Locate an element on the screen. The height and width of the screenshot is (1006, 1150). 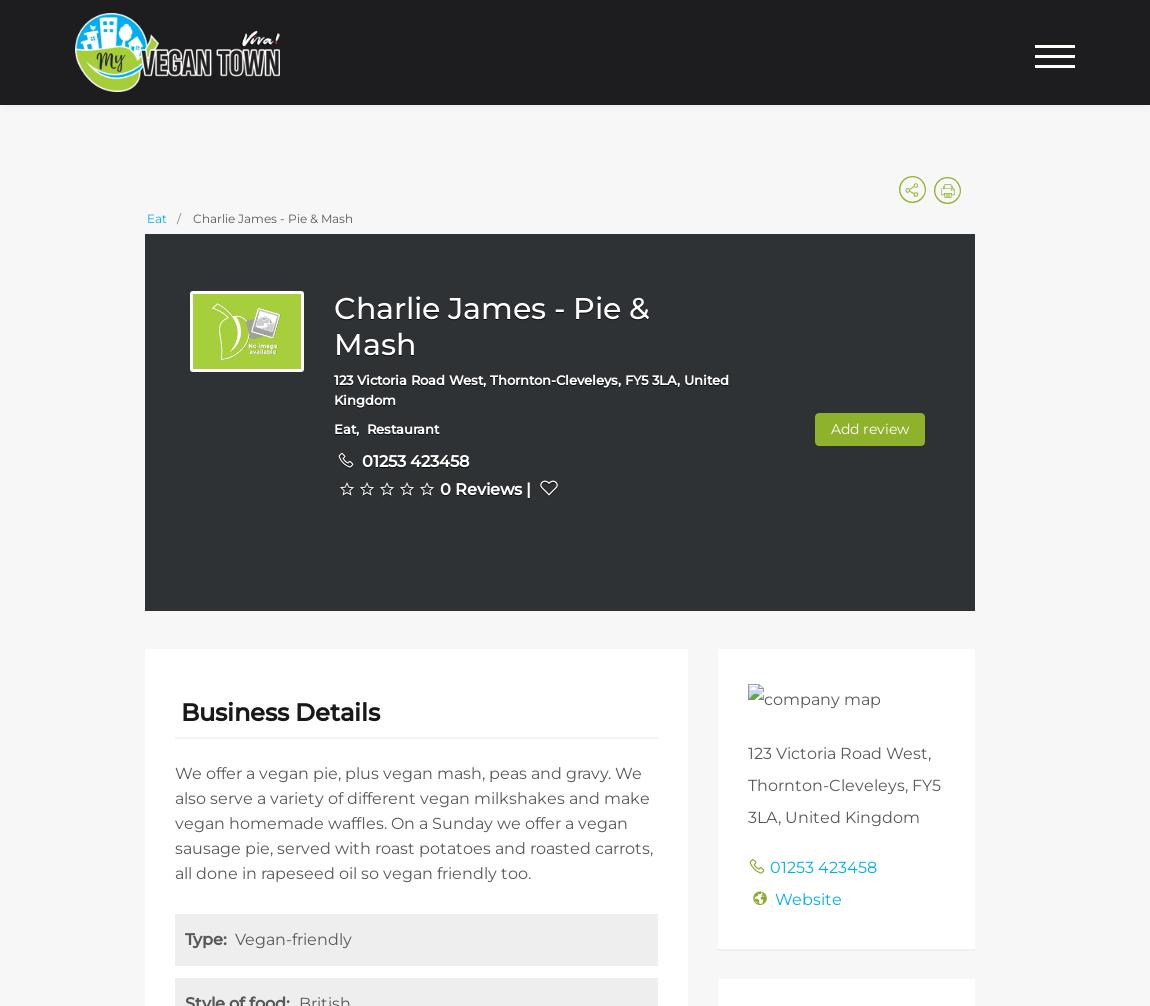
'We offer a vegan pie, plus vegan mash, peas and gravy. We also serve a variety of different vegan milkshakes and make vegan homemade waffles. On a Sunday we offer a vegan sausage pie, served with roast potatoes and roasted carrots, all done in rapeseed oil so vegan friendly too.' is located at coordinates (174, 822).